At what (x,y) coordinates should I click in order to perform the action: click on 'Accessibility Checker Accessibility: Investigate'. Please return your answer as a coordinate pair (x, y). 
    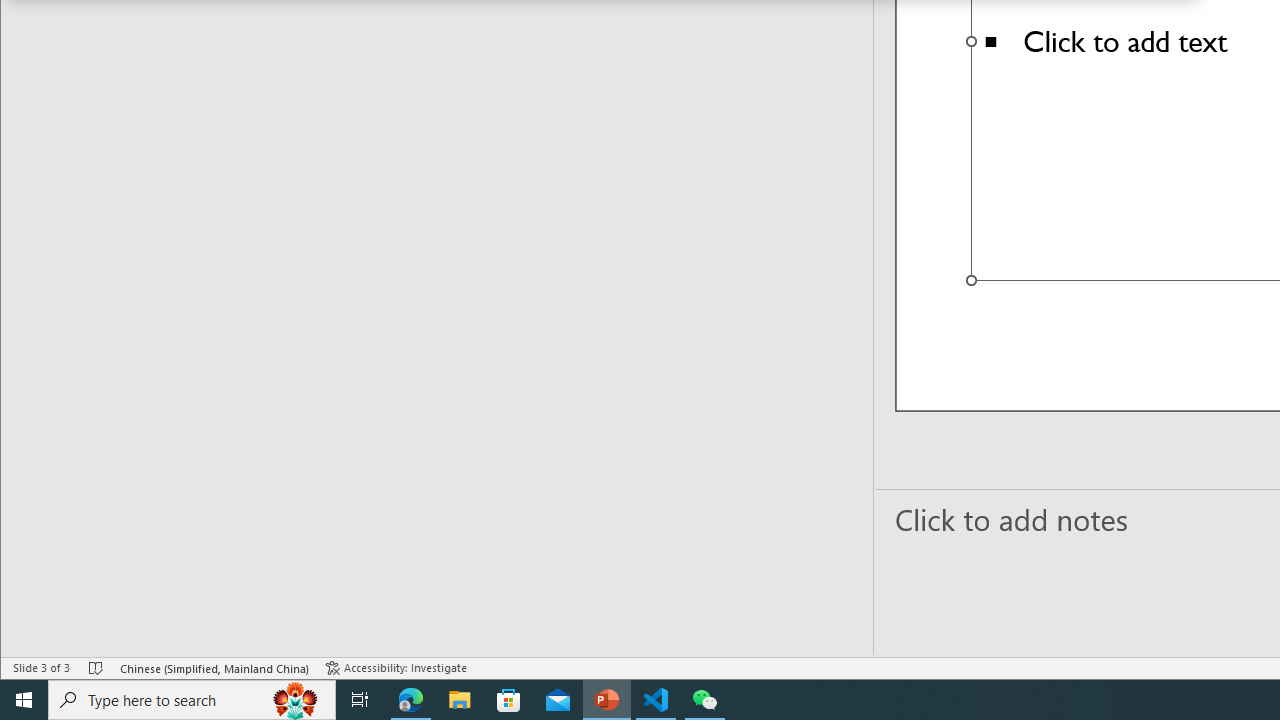
    Looking at the image, I should click on (396, 668).